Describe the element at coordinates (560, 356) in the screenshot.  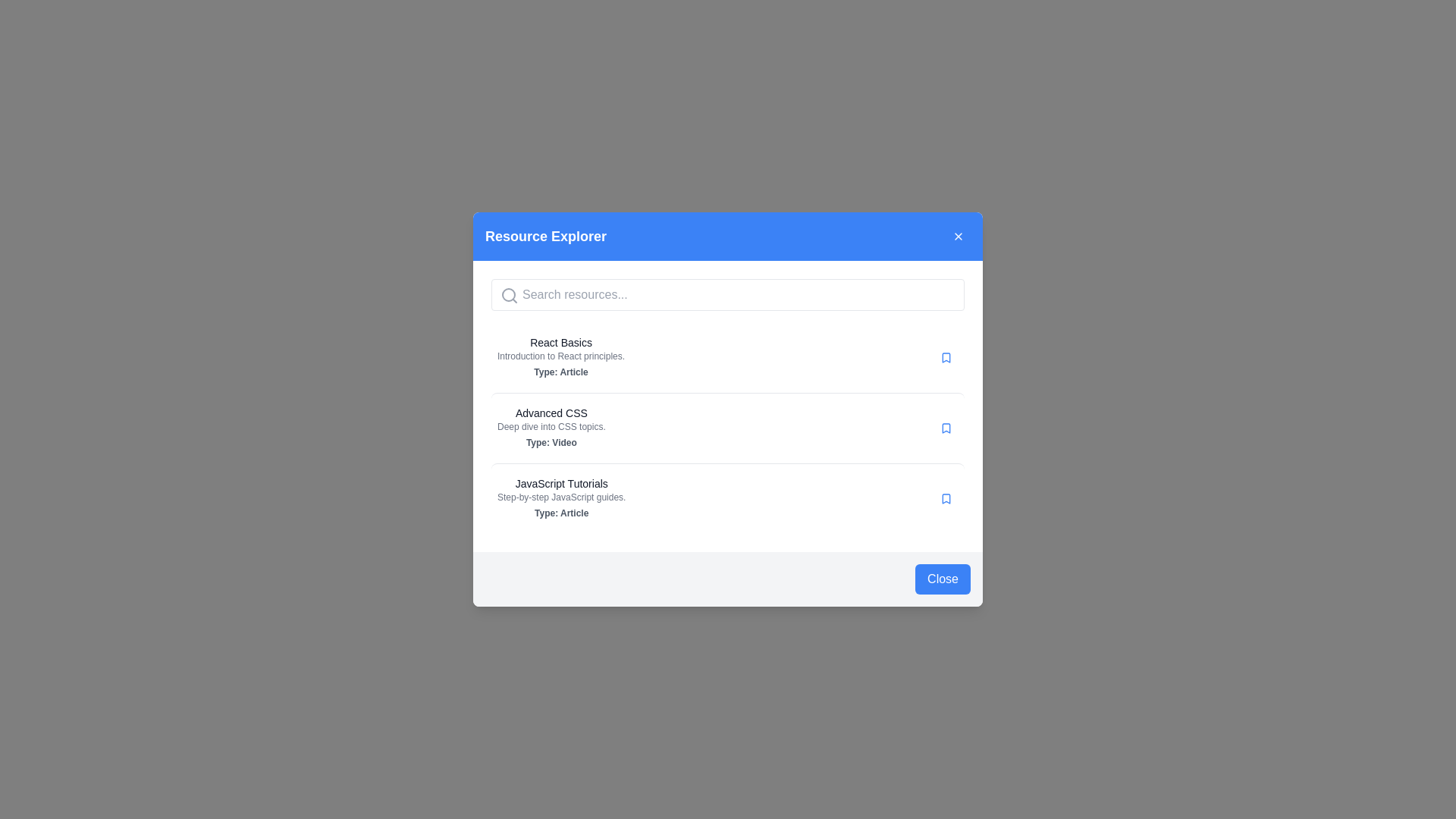
I see `the descriptive text element providing context for the 'React Basics' topic, located in the 'Resource Explorer' modal, specifically the second visible component below the title and above the type information` at that location.